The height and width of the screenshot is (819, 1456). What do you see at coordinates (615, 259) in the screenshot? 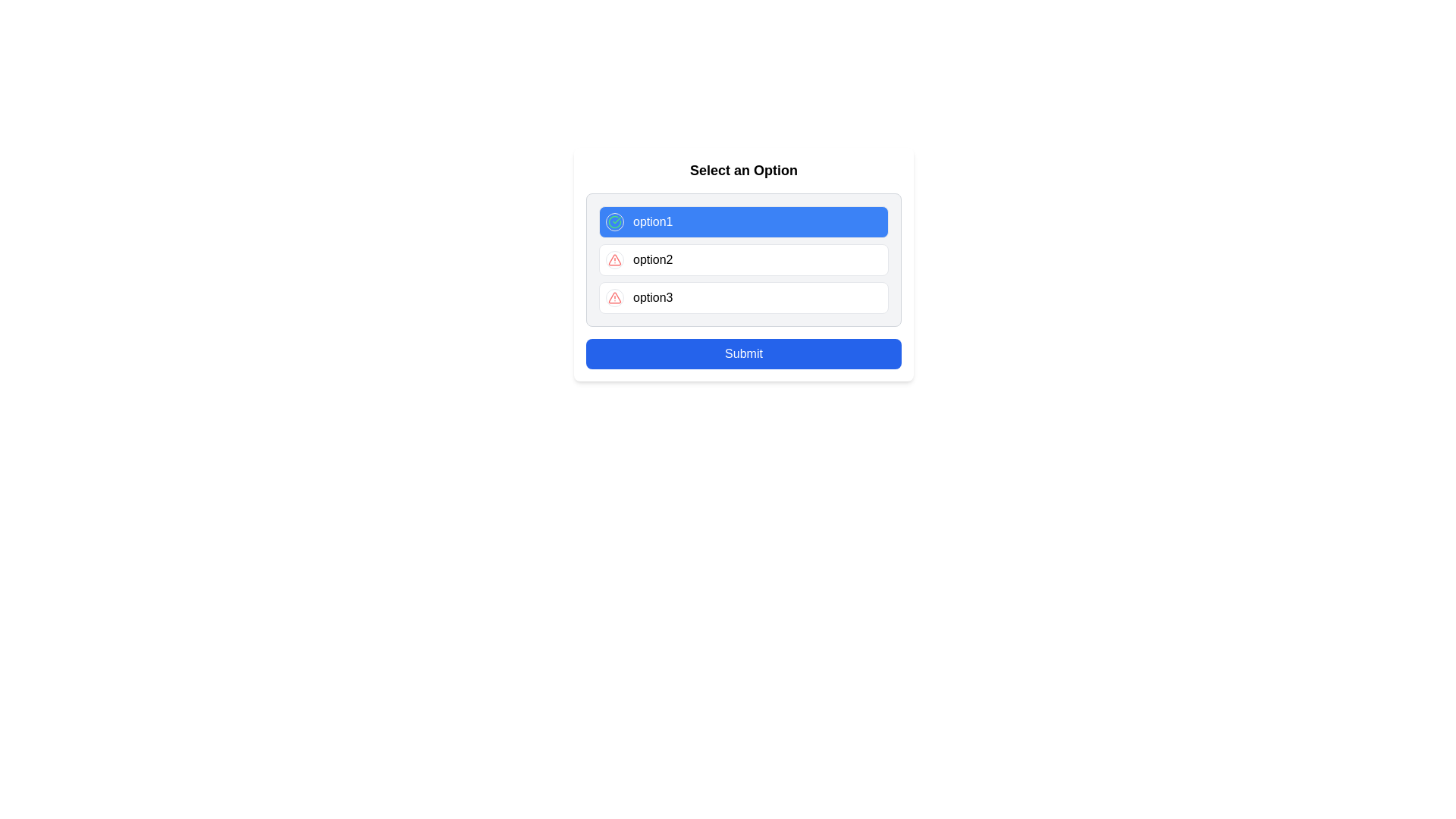
I see `the triangular warning icon with a red border located next to the label 'option3'` at bounding box center [615, 259].